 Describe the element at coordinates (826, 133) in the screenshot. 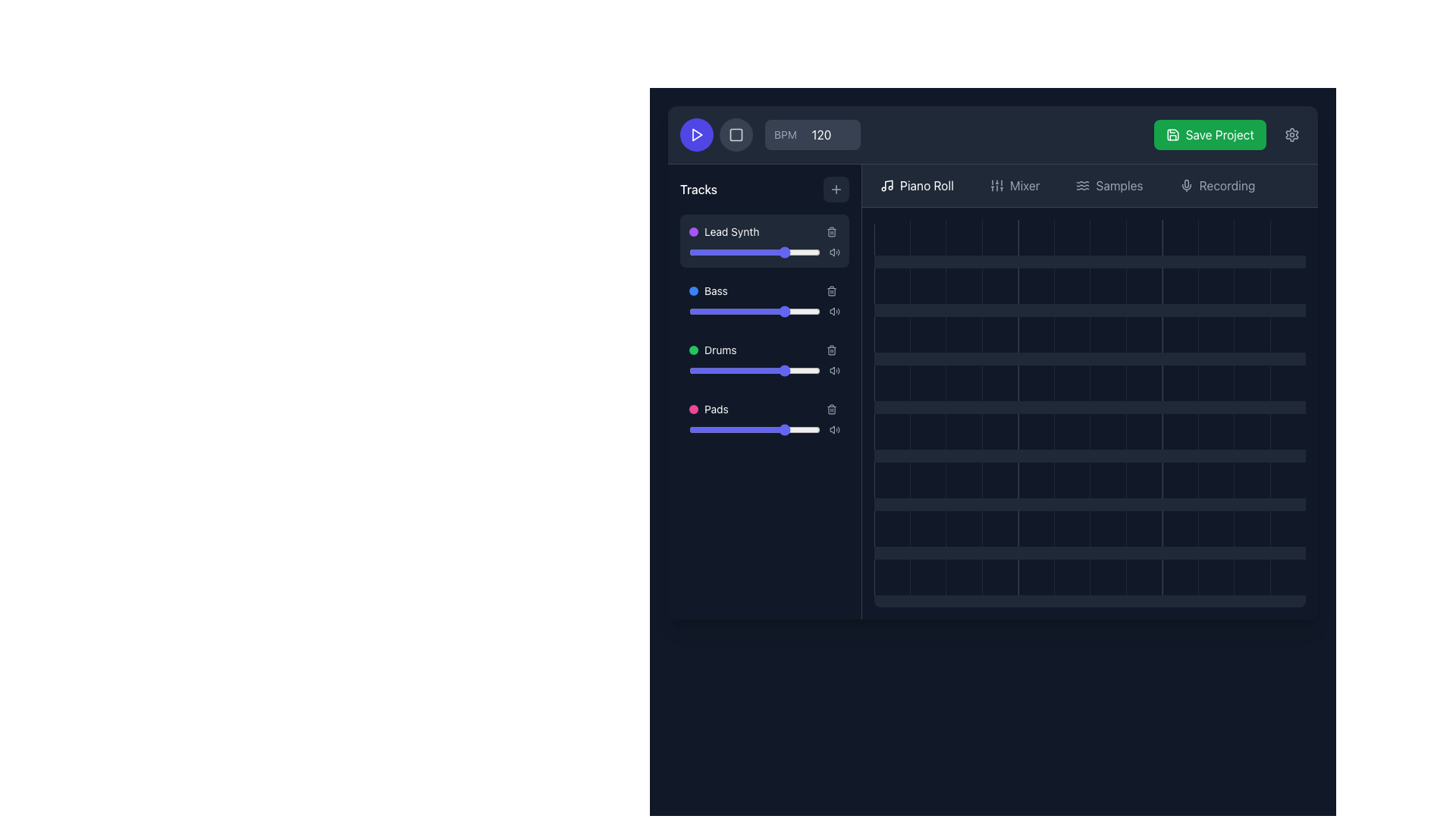

I see `the Number input field for BPM adjustment, located to the right of the 'BPM' label` at that location.